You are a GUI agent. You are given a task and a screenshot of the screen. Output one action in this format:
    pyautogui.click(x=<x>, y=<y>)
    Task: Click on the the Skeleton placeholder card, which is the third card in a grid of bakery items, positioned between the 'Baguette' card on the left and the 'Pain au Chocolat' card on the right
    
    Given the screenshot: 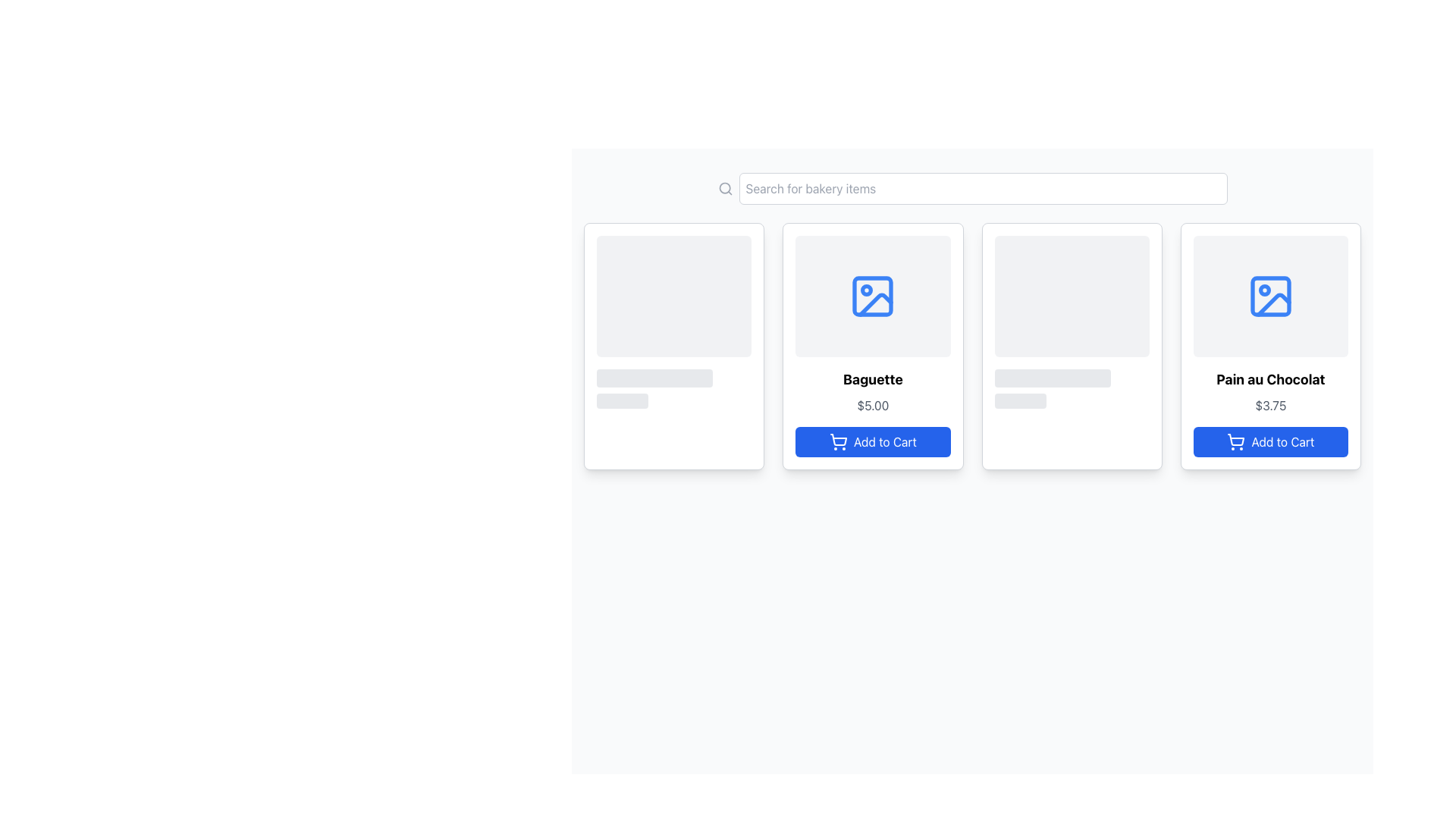 What is the action you would take?
    pyautogui.click(x=1071, y=346)
    